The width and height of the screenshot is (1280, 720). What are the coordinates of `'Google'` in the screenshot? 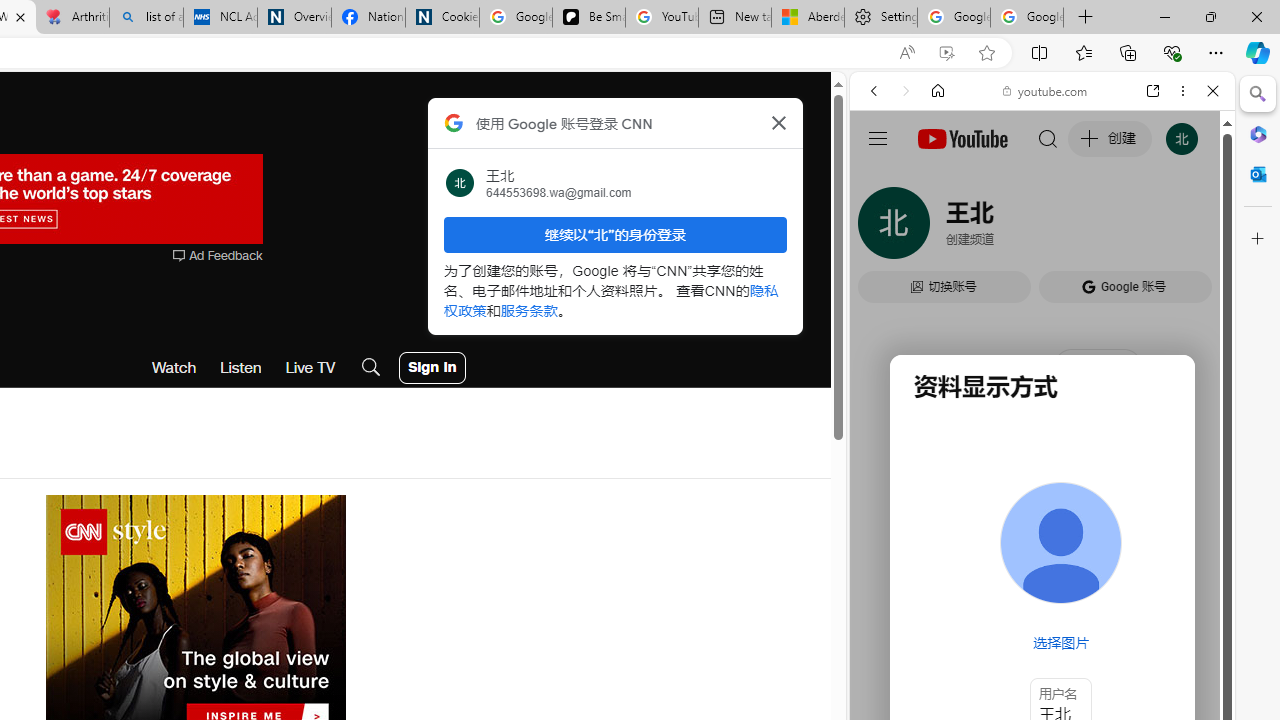 It's located at (1041, 495).